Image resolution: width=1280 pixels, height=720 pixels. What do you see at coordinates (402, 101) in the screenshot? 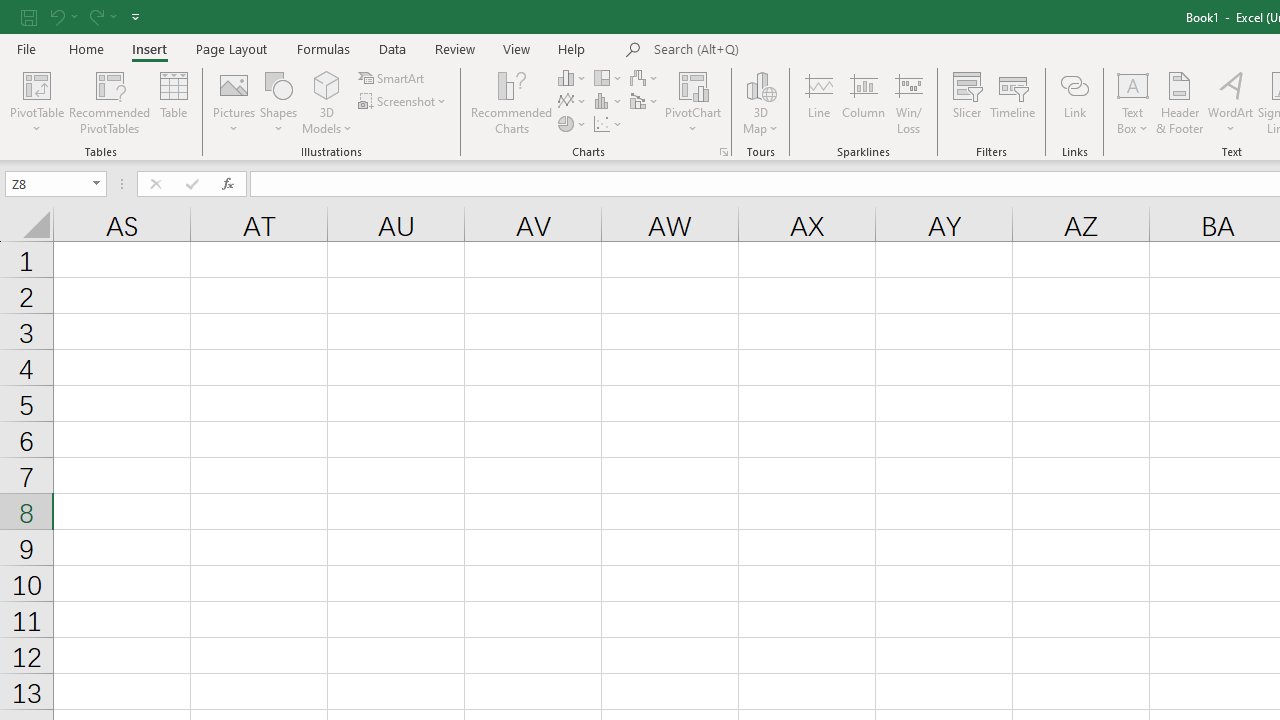
I see `'Screenshot'` at bounding box center [402, 101].